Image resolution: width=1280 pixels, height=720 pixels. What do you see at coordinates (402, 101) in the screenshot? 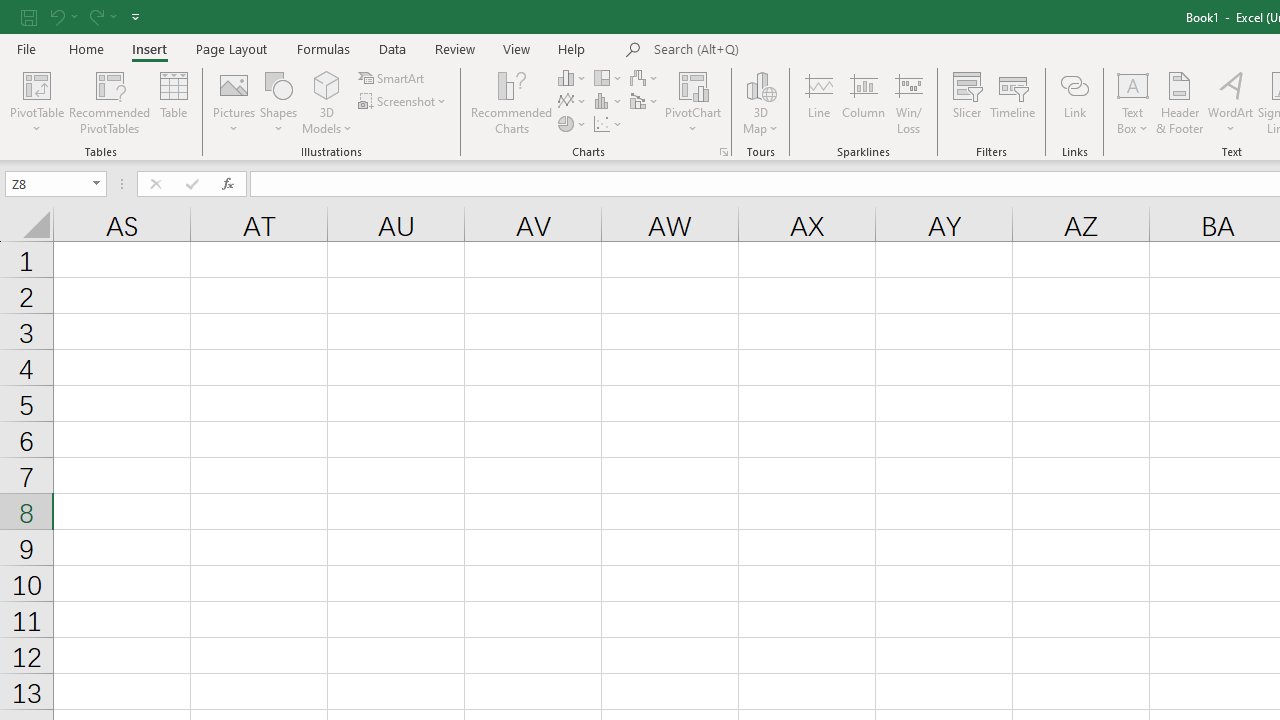
I see `'Screenshot'` at bounding box center [402, 101].